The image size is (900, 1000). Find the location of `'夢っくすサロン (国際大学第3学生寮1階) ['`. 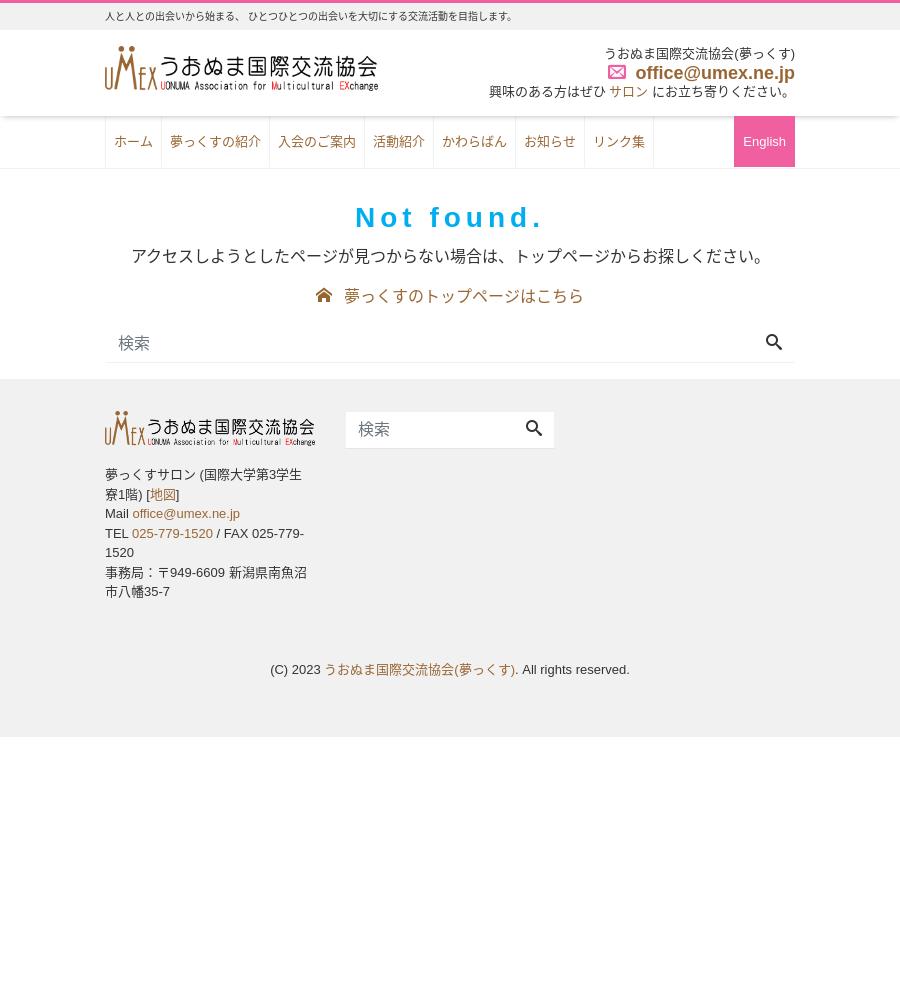

'夢っくすサロン (国際大学第3学生寮1階) [' is located at coordinates (104, 483).